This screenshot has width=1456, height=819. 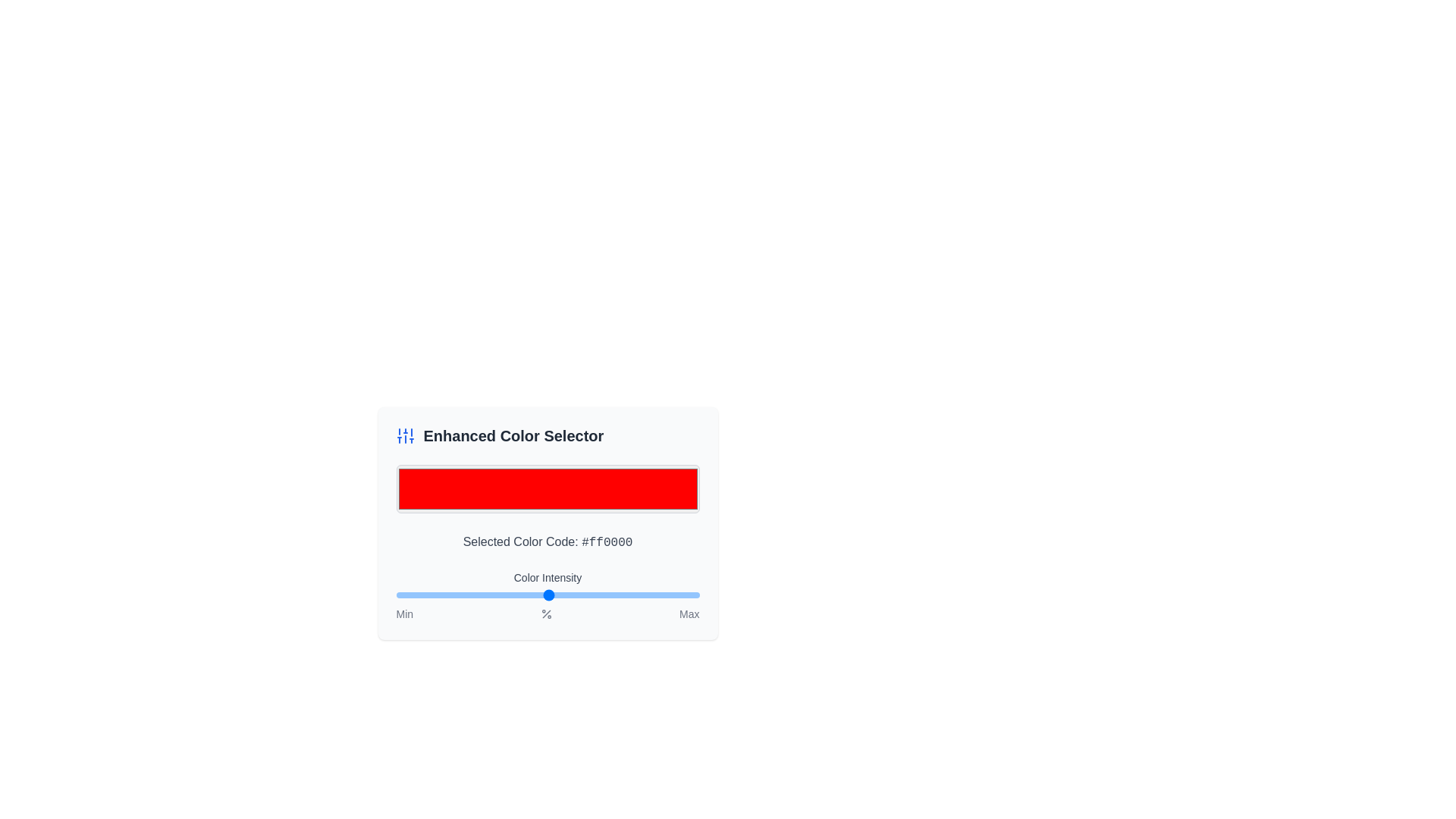 I want to click on the Informative label displaying 'Min' and 'Max' with a centered percentage icon, located at the bottom of the 'Color Intensity' section, so click(x=547, y=614).